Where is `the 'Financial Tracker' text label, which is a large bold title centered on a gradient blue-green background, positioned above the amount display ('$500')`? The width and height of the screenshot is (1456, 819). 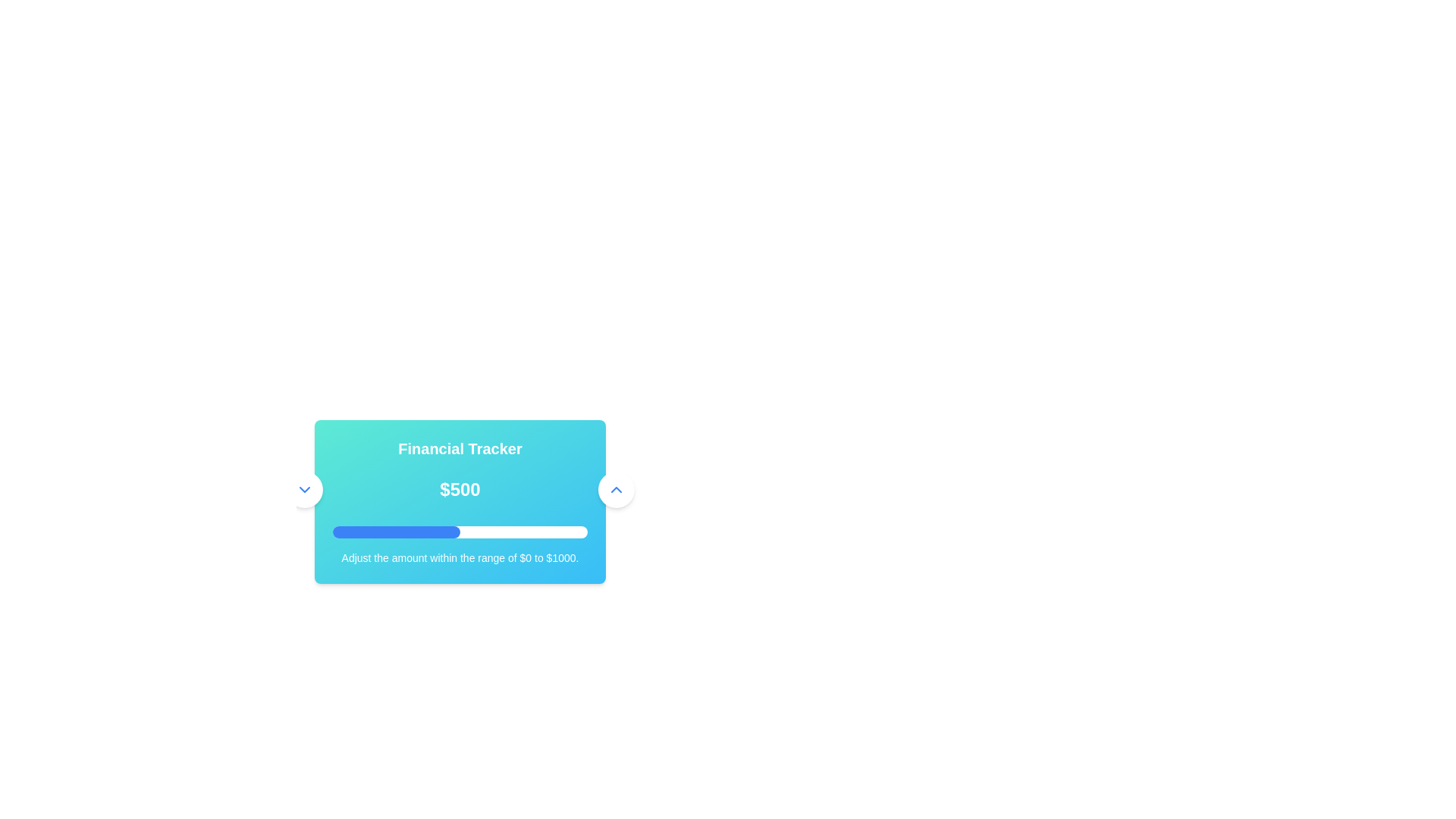
the 'Financial Tracker' text label, which is a large bold title centered on a gradient blue-green background, positioned above the amount display ('$500') is located at coordinates (459, 447).